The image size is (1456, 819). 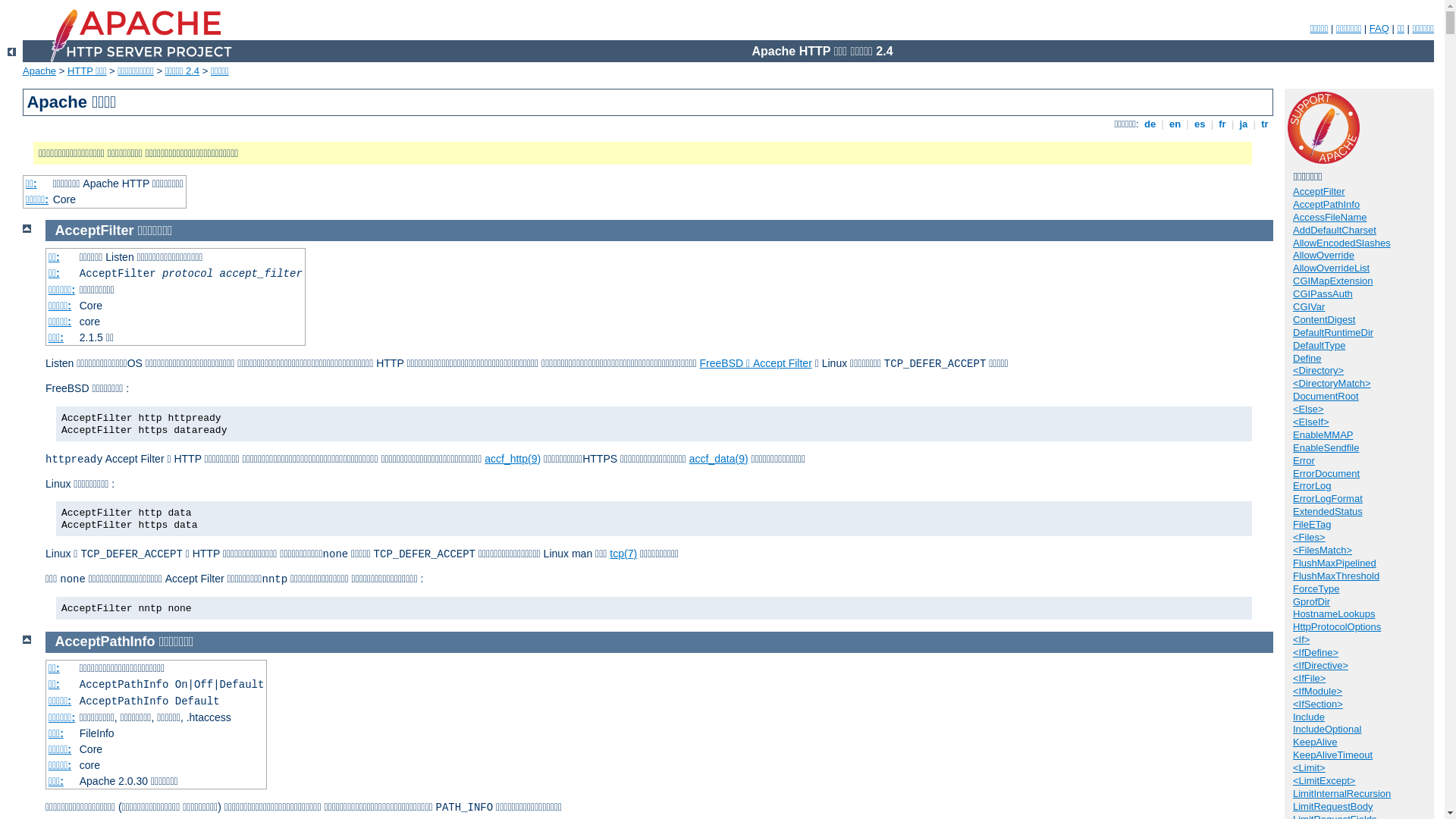 What do you see at coordinates (1306, 358) in the screenshot?
I see `'Define'` at bounding box center [1306, 358].